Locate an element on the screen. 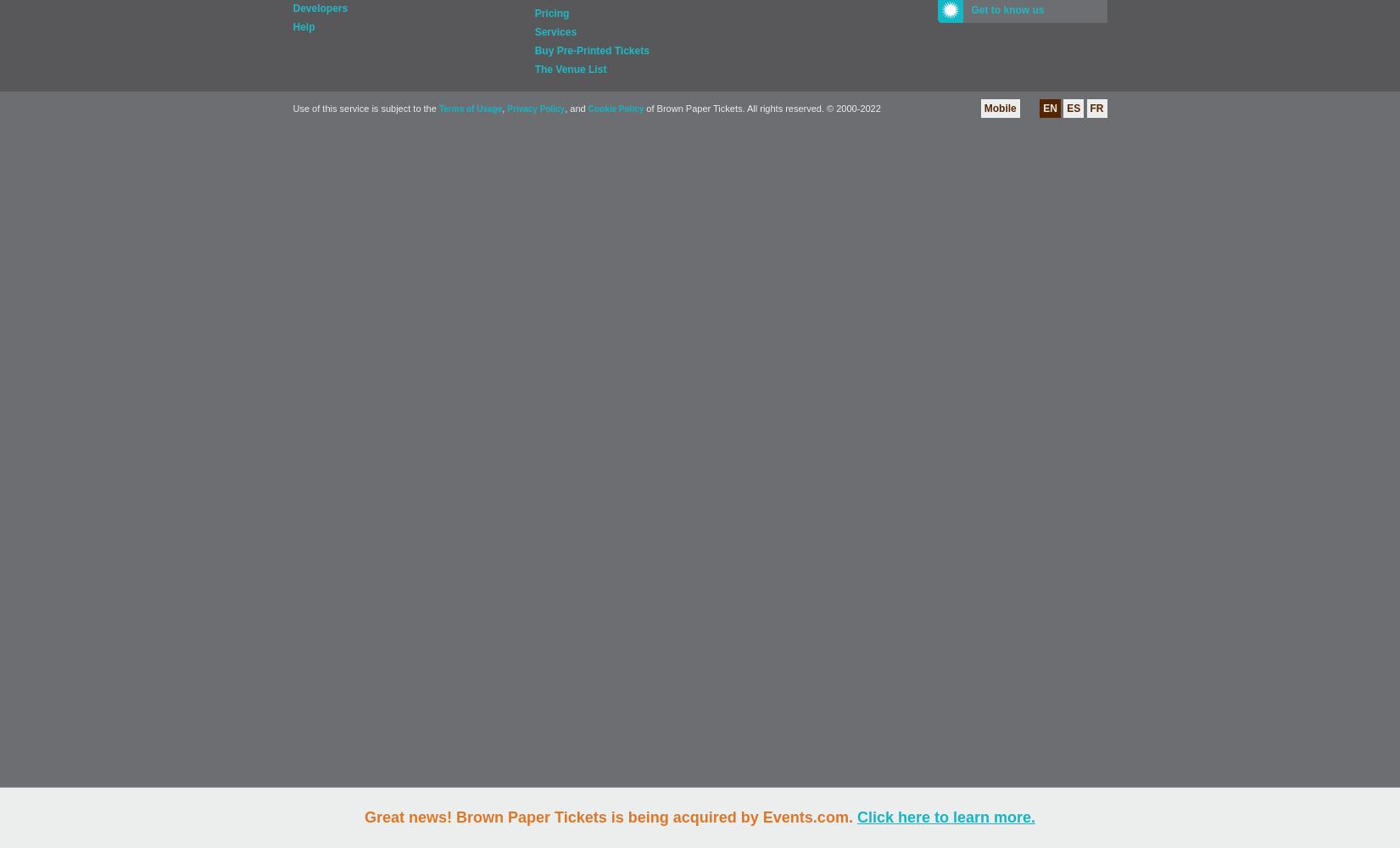 The height and width of the screenshot is (848, 1400). 'ES' is located at coordinates (1072, 109).